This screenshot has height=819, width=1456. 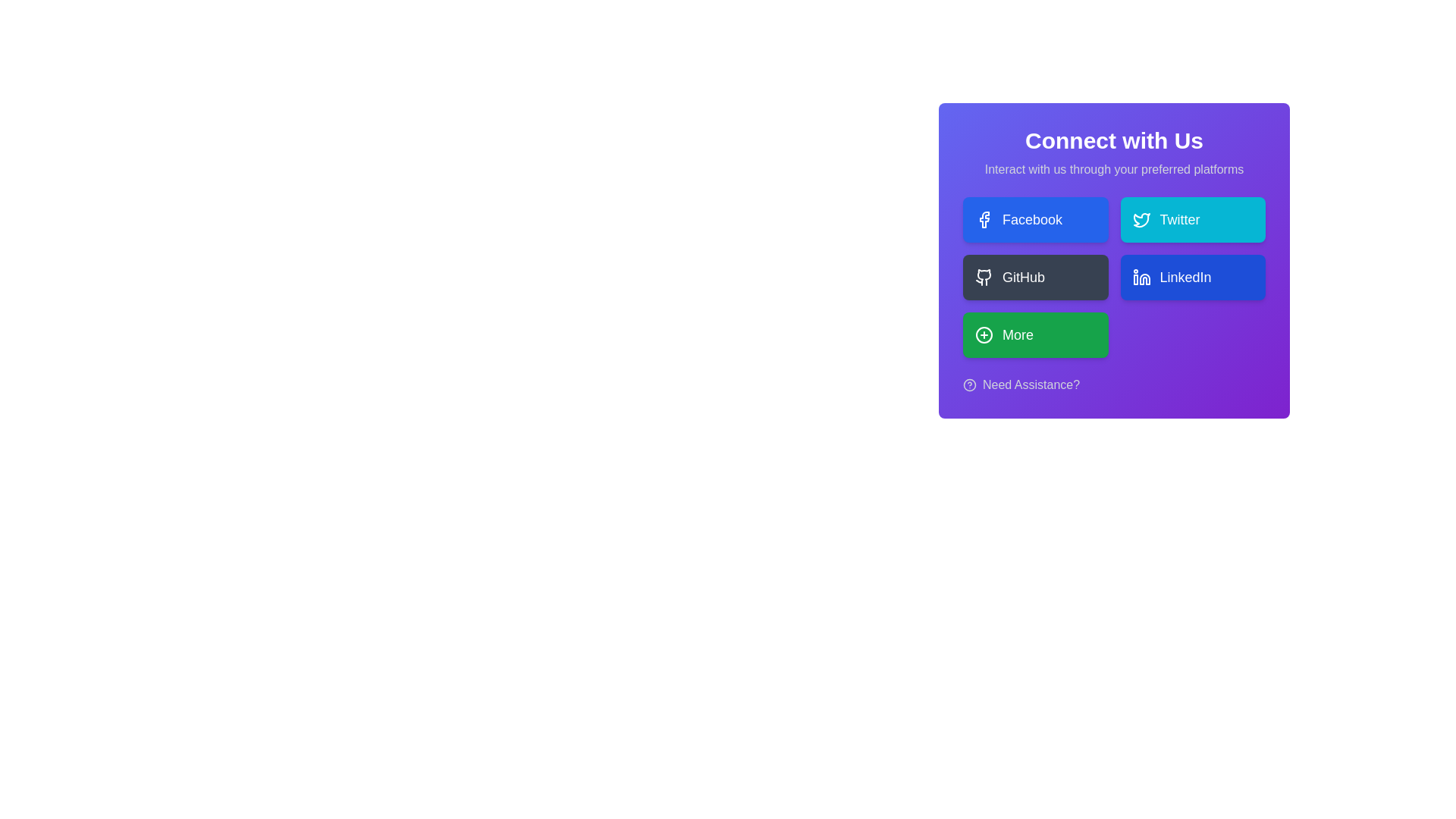 I want to click on the LinkedIn icon, so click(x=1141, y=278).